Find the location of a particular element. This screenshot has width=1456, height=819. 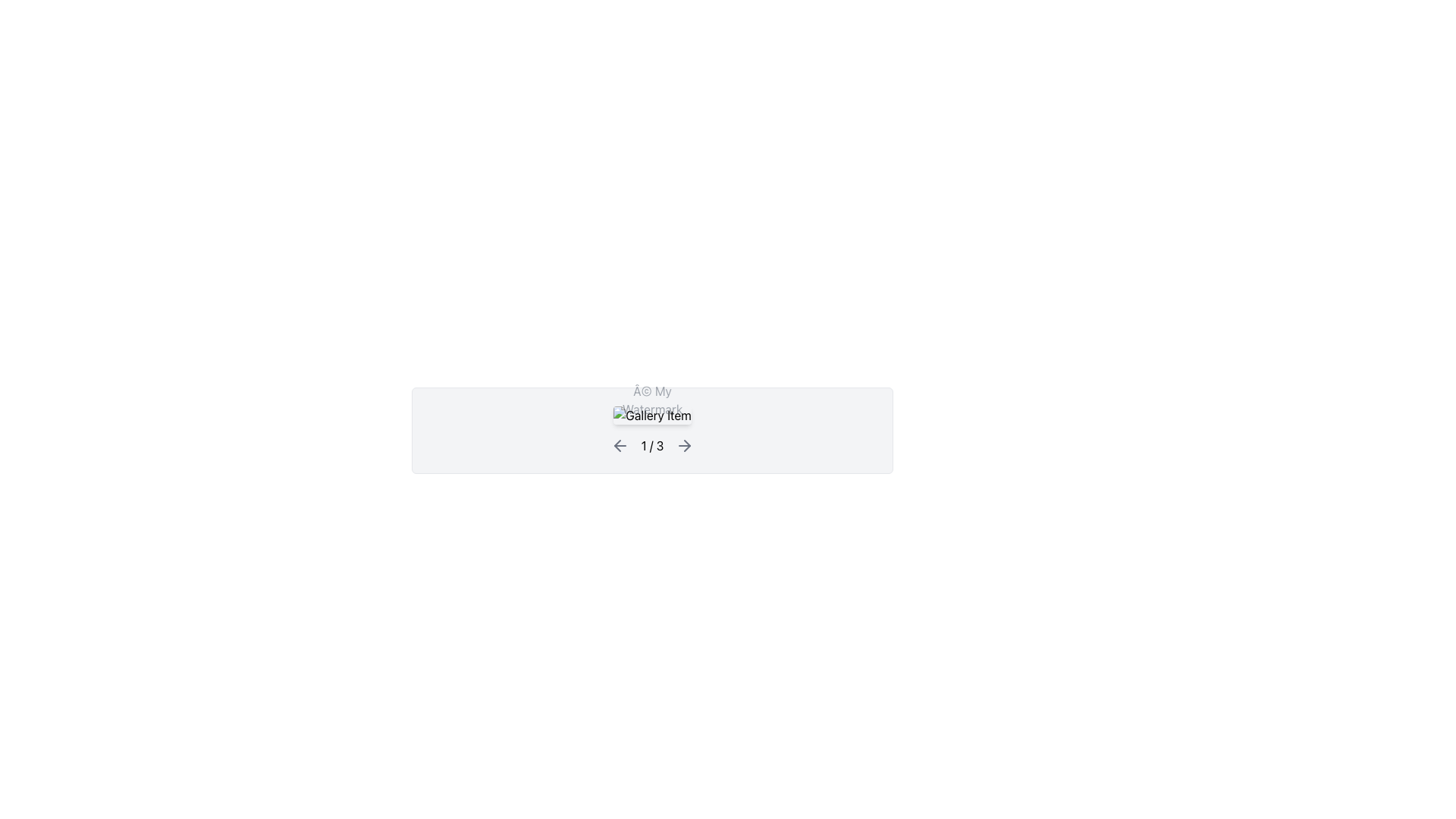

text displayed in the navigation component located at the bottom center of the gray-background rectangular card, between the left and right arrow icons is located at coordinates (652, 444).